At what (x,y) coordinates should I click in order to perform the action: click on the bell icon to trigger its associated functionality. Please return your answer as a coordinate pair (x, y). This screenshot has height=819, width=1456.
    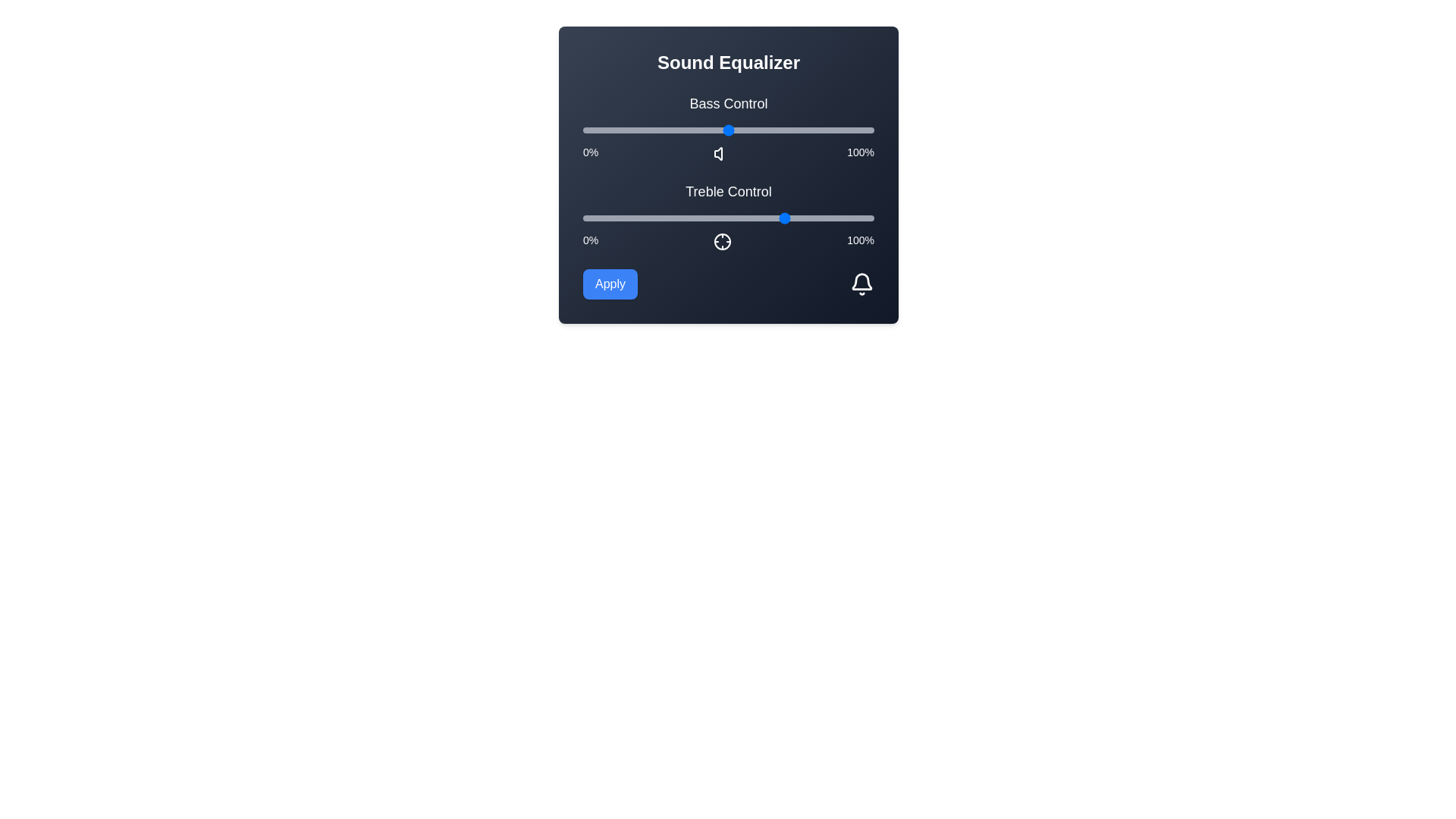
    Looking at the image, I should click on (862, 284).